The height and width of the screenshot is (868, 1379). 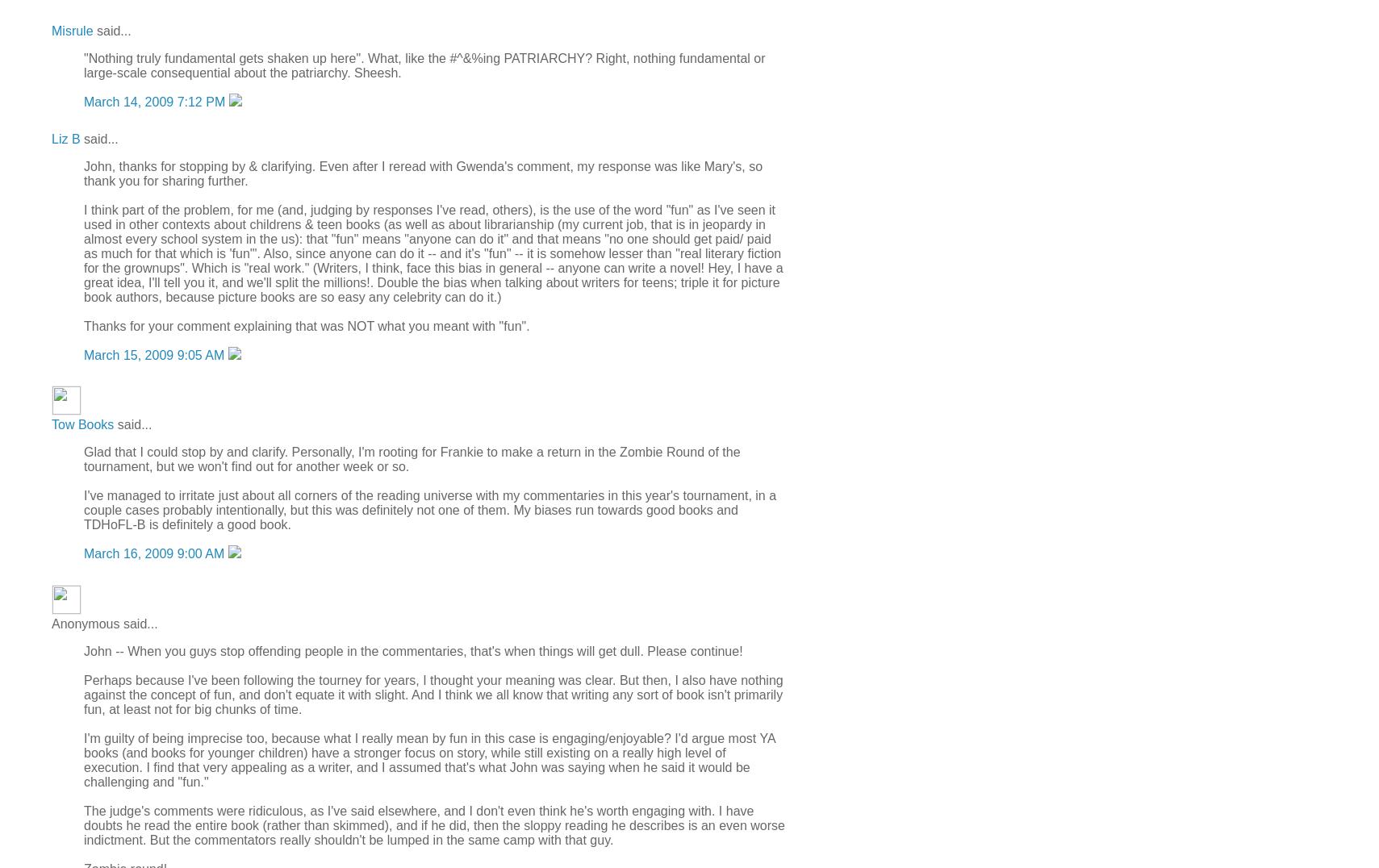 What do you see at coordinates (103, 623) in the screenshot?
I see `'Anonymous
said...'` at bounding box center [103, 623].